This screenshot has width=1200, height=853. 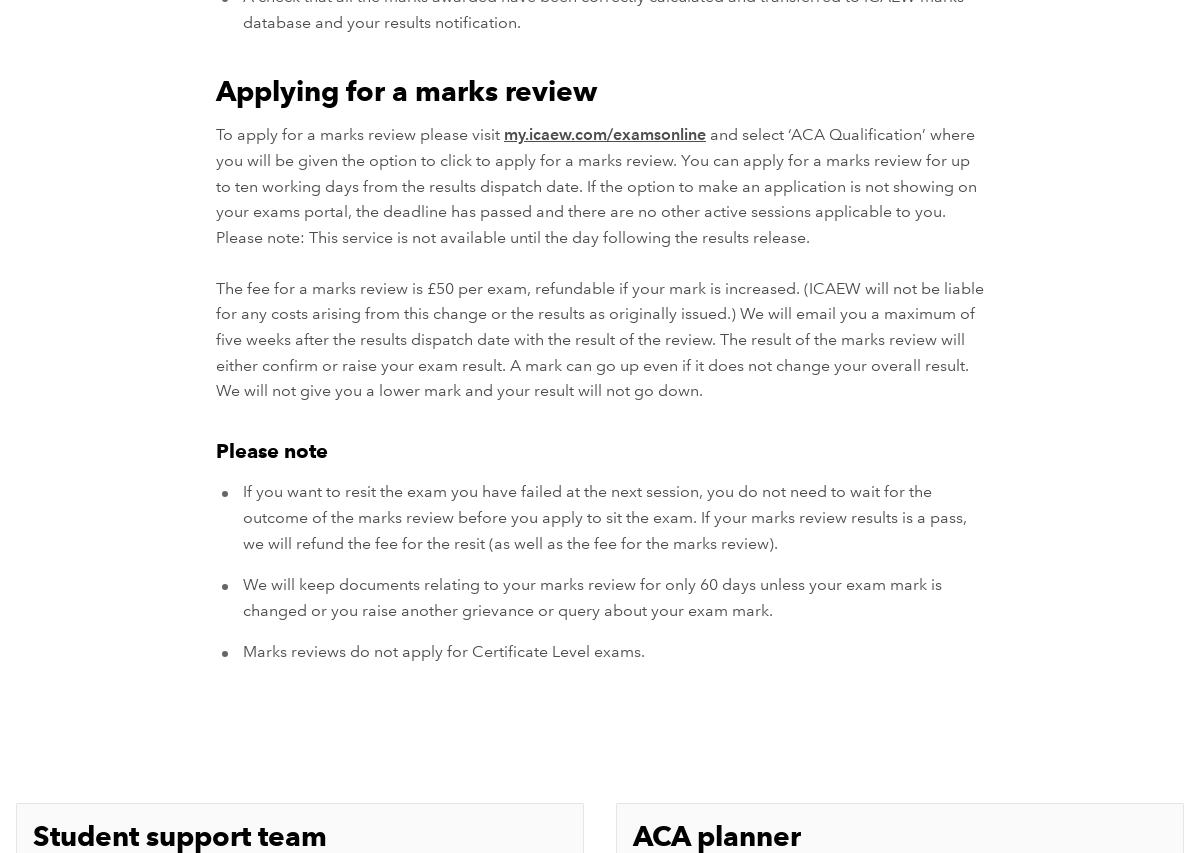 I want to click on 'and select ‘ACA Qualification’ where you will be given the option to click to apply for a marks review. You can apply for a marks review for up to ten working days from the results dispatch date. If the option to make an application is not showing on your exams portal, the deadline has passed and there are no other active sessions applicable to you.', so click(x=595, y=172).